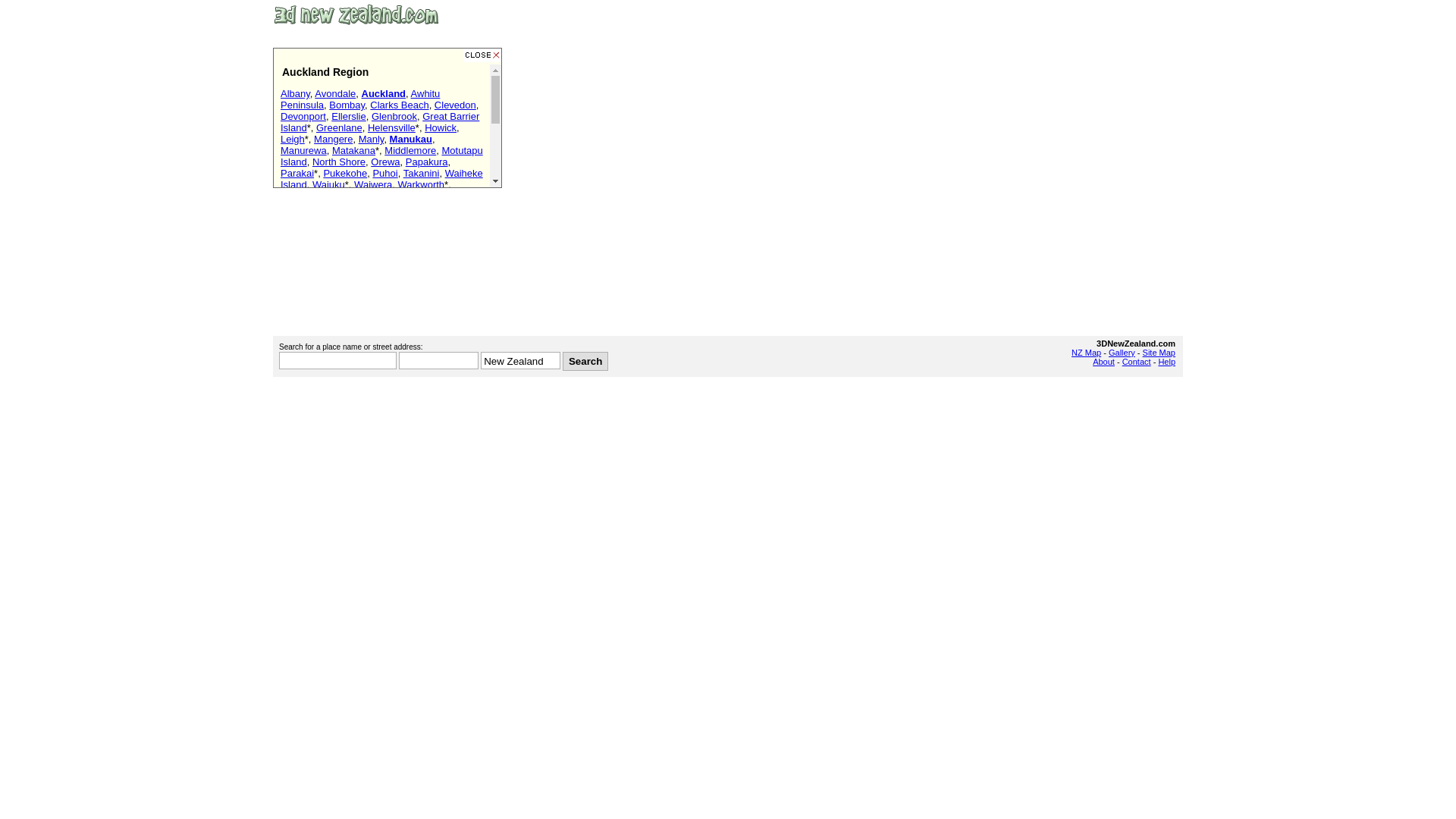 This screenshot has height=819, width=1456. What do you see at coordinates (405, 162) in the screenshot?
I see `'Papakura'` at bounding box center [405, 162].